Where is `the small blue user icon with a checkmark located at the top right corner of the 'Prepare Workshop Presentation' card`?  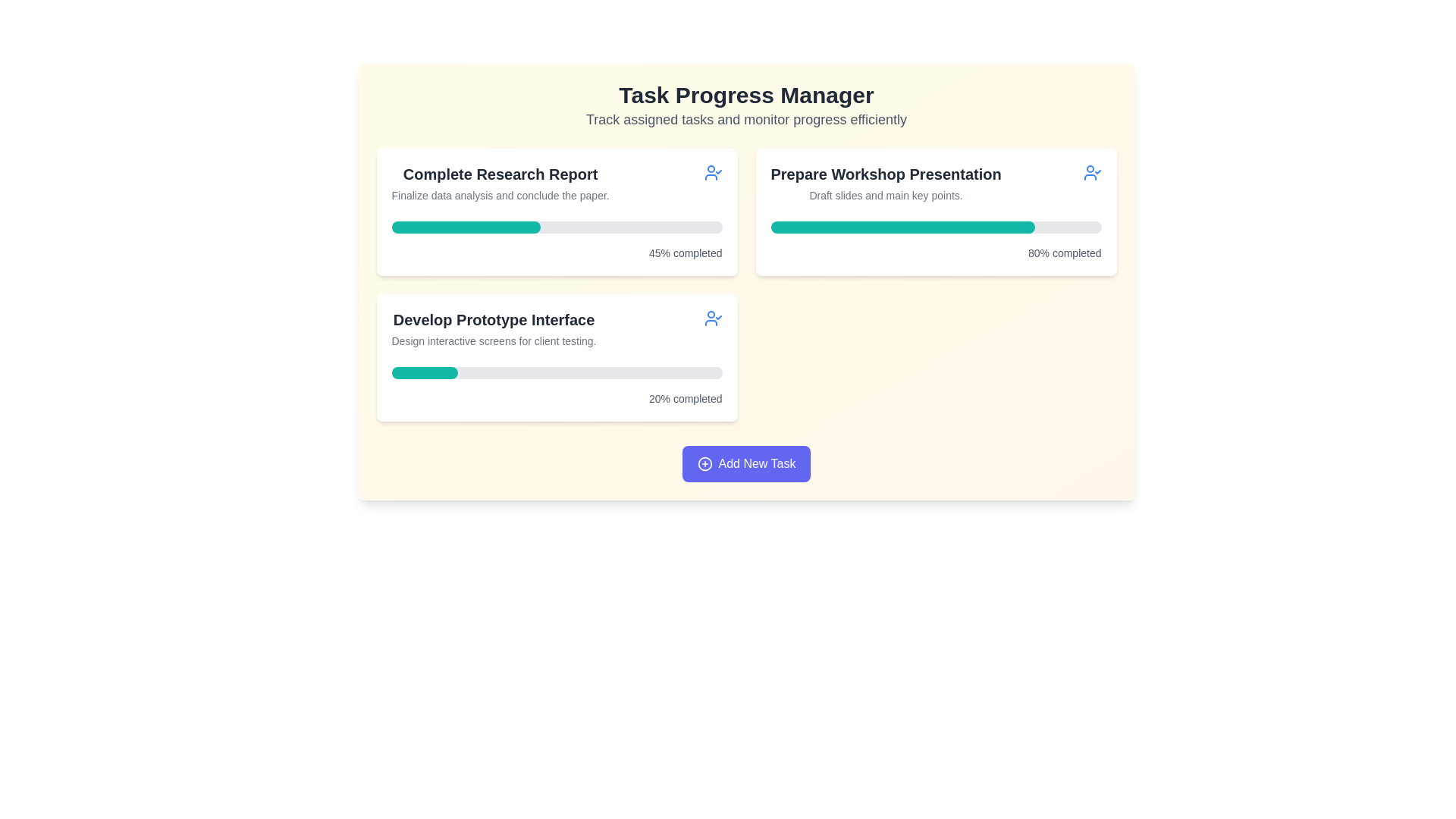 the small blue user icon with a checkmark located at the top right corner of the 'Prepare Workshop Presentation' card is located at coordinates (1092, 171).